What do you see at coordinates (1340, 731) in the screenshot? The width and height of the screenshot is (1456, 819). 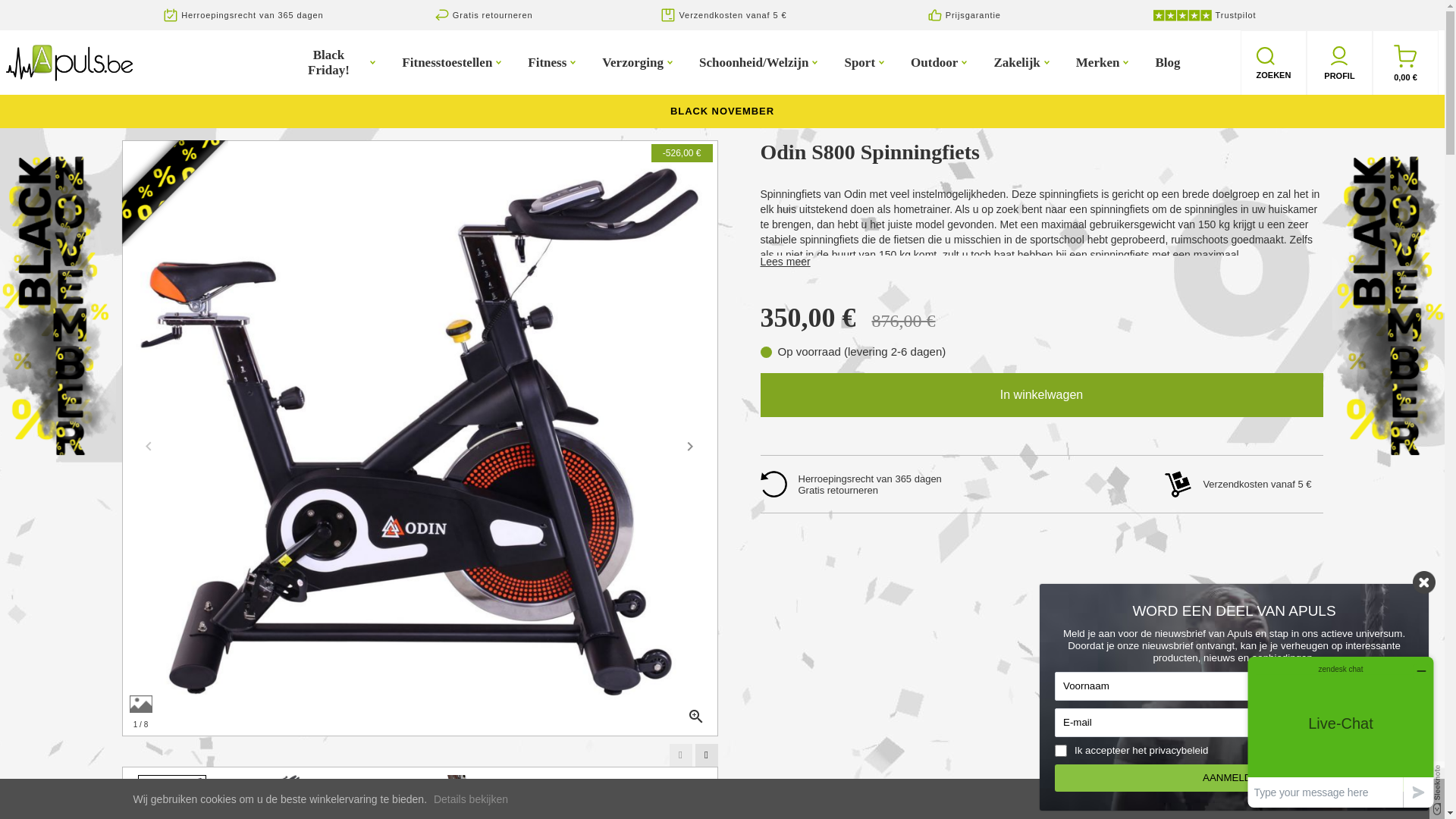 I see `'Opens a widget where you can chat to one of our agents'` at bounding box center [1340, 731].